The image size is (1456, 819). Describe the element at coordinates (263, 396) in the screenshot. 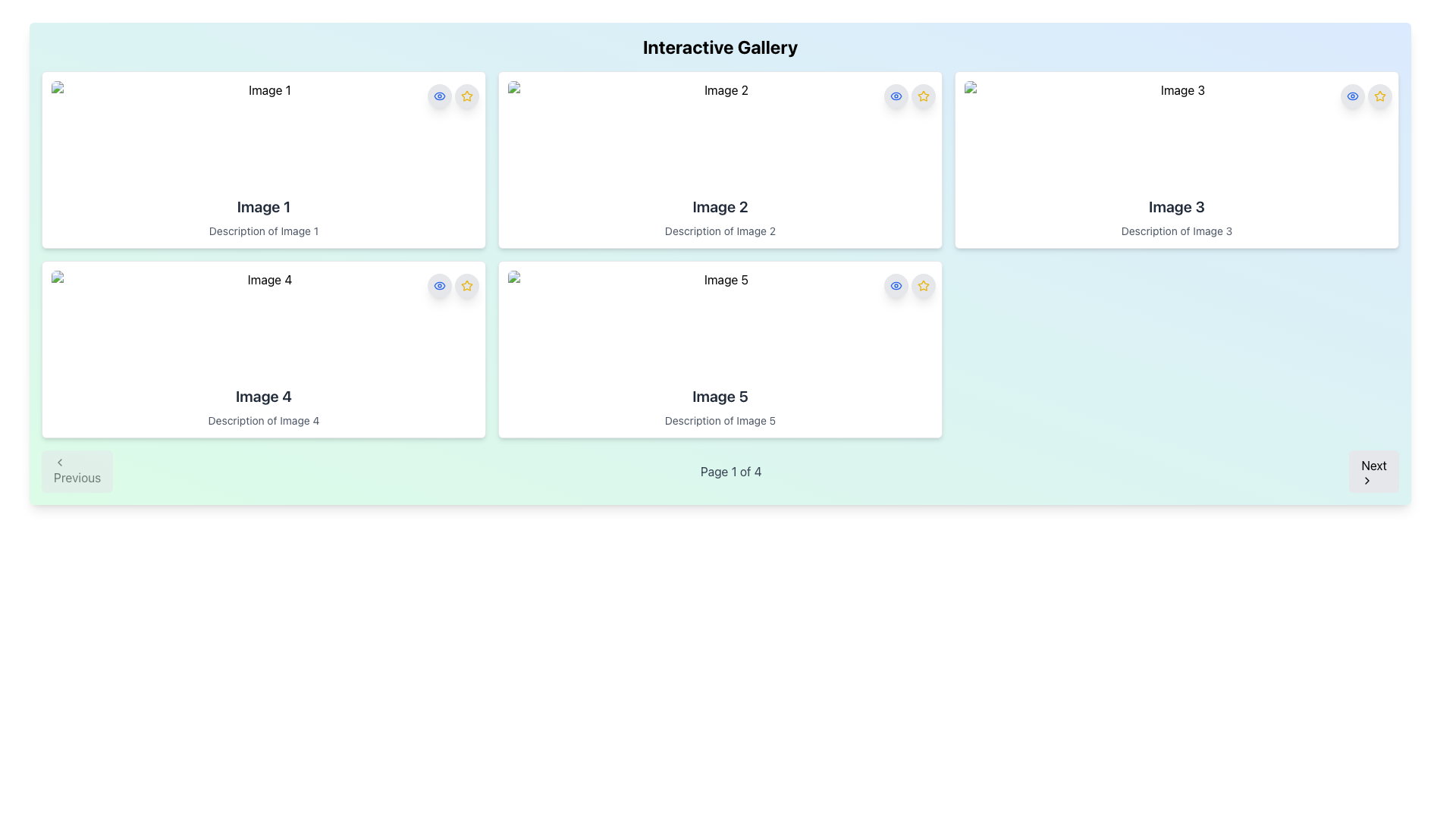

I see `the Text Label that serves as the title for the content block associated with 'Image 4' in the gallery interface, positioned in the first column of the central row` at that location.